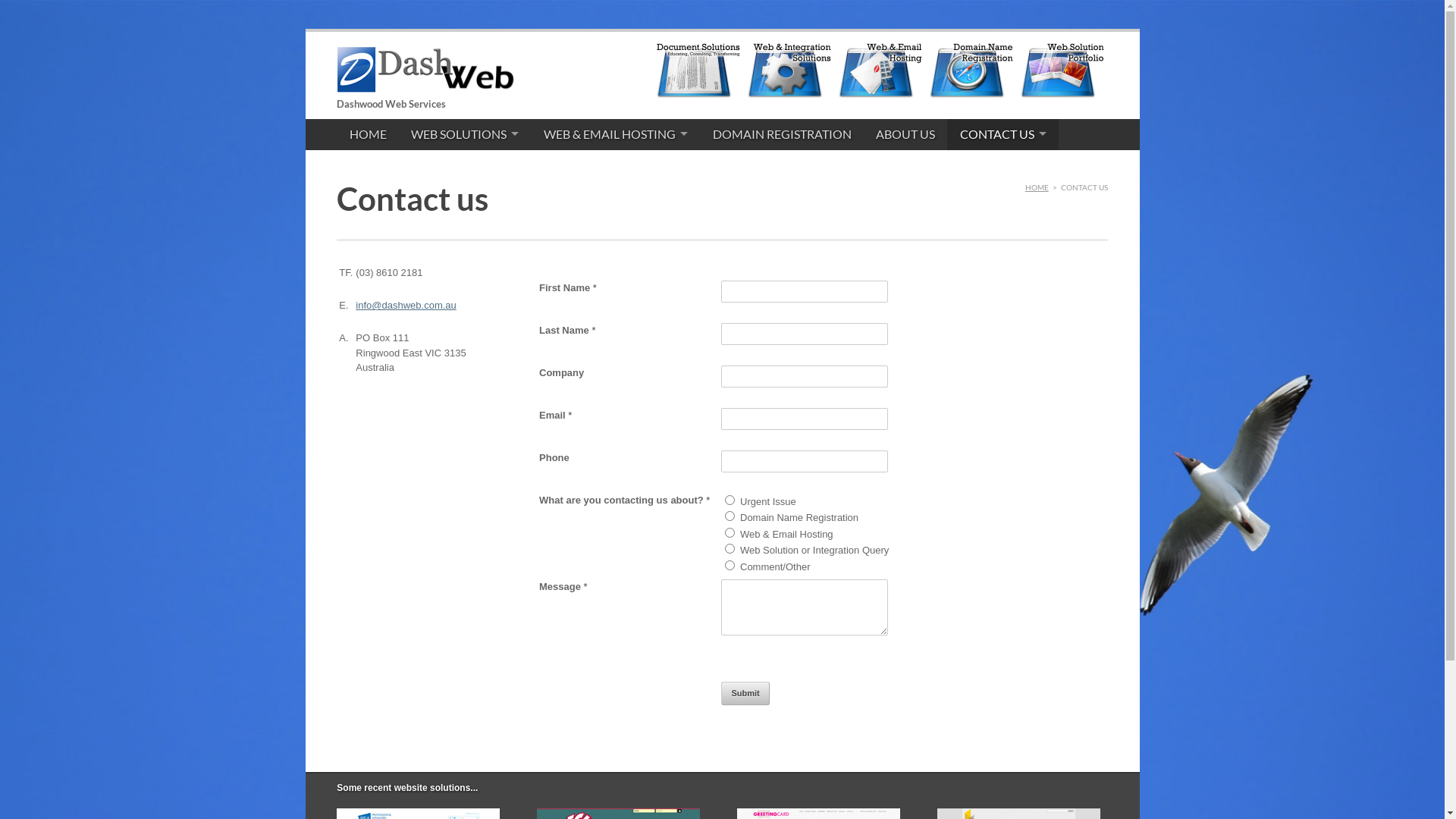 The height and width of the screenshot is (819, 1456). I want to click on 'ABOUT US', so click(863, 133).